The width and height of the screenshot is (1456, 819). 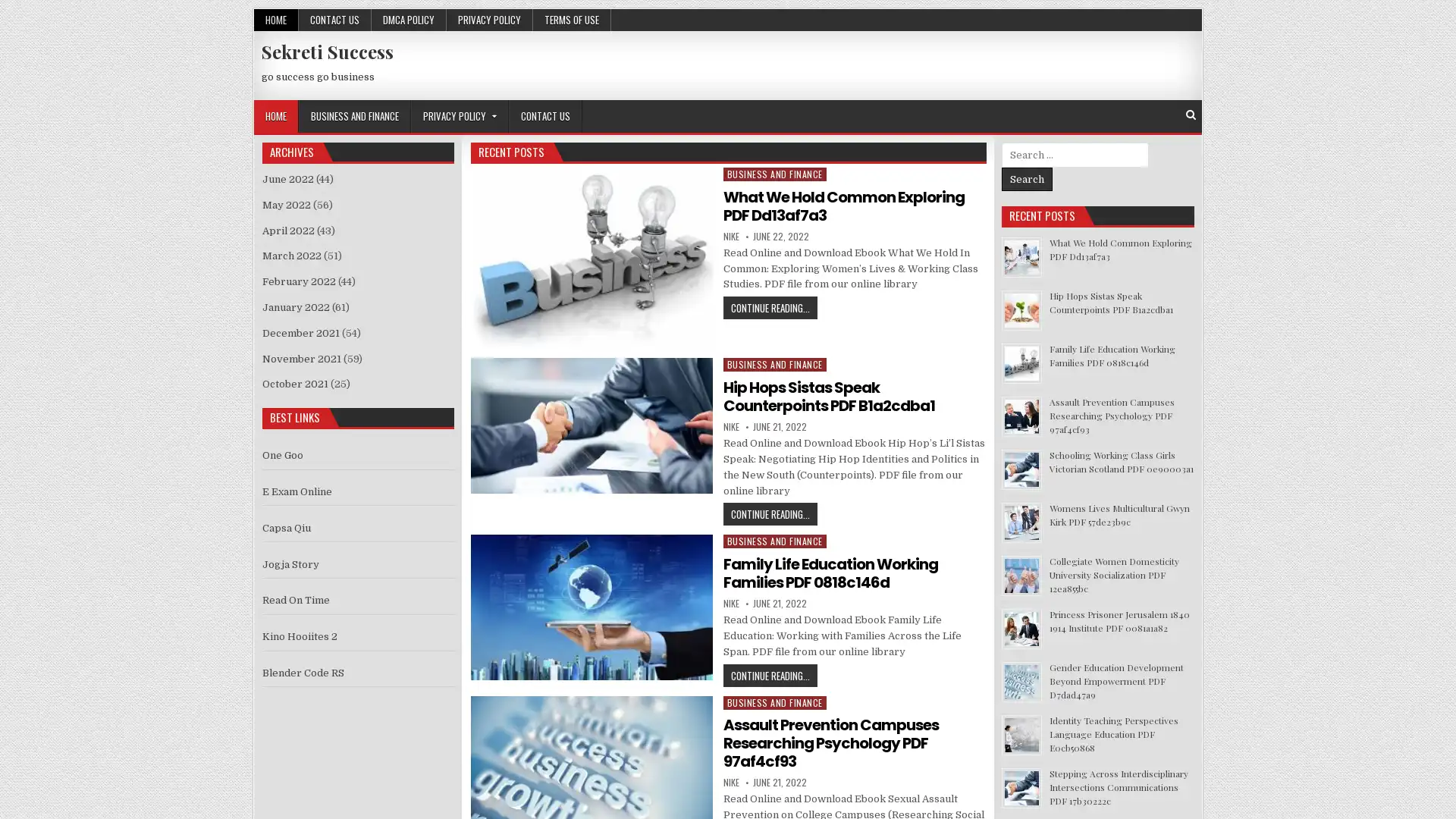 What do you see at coordinates (1027, 178) in the screenshot?
I see `Search` at bounding box center [1027, 178].